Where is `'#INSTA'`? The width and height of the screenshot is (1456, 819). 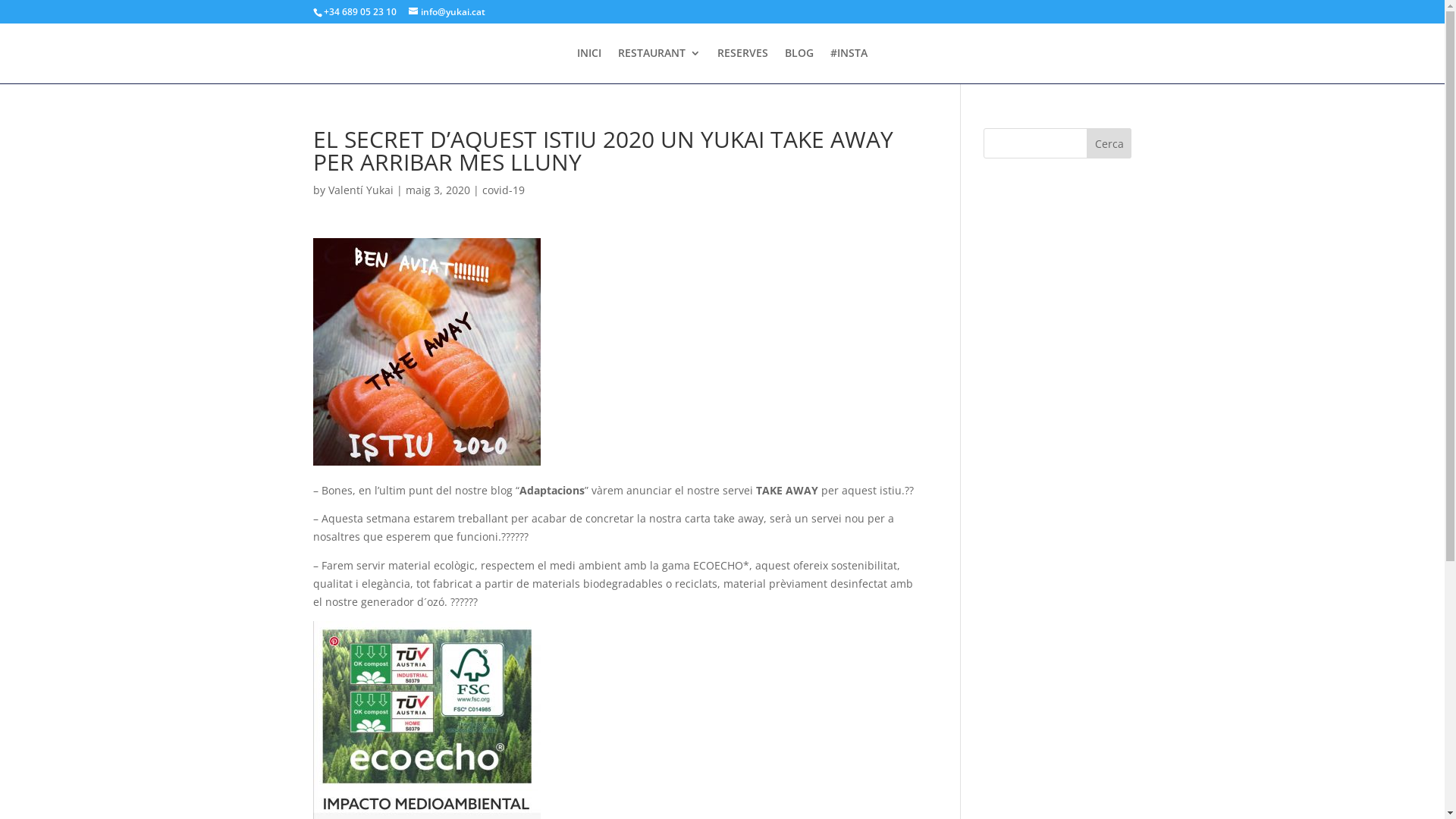 '#INSTA' is located at coordinates (829, 64).